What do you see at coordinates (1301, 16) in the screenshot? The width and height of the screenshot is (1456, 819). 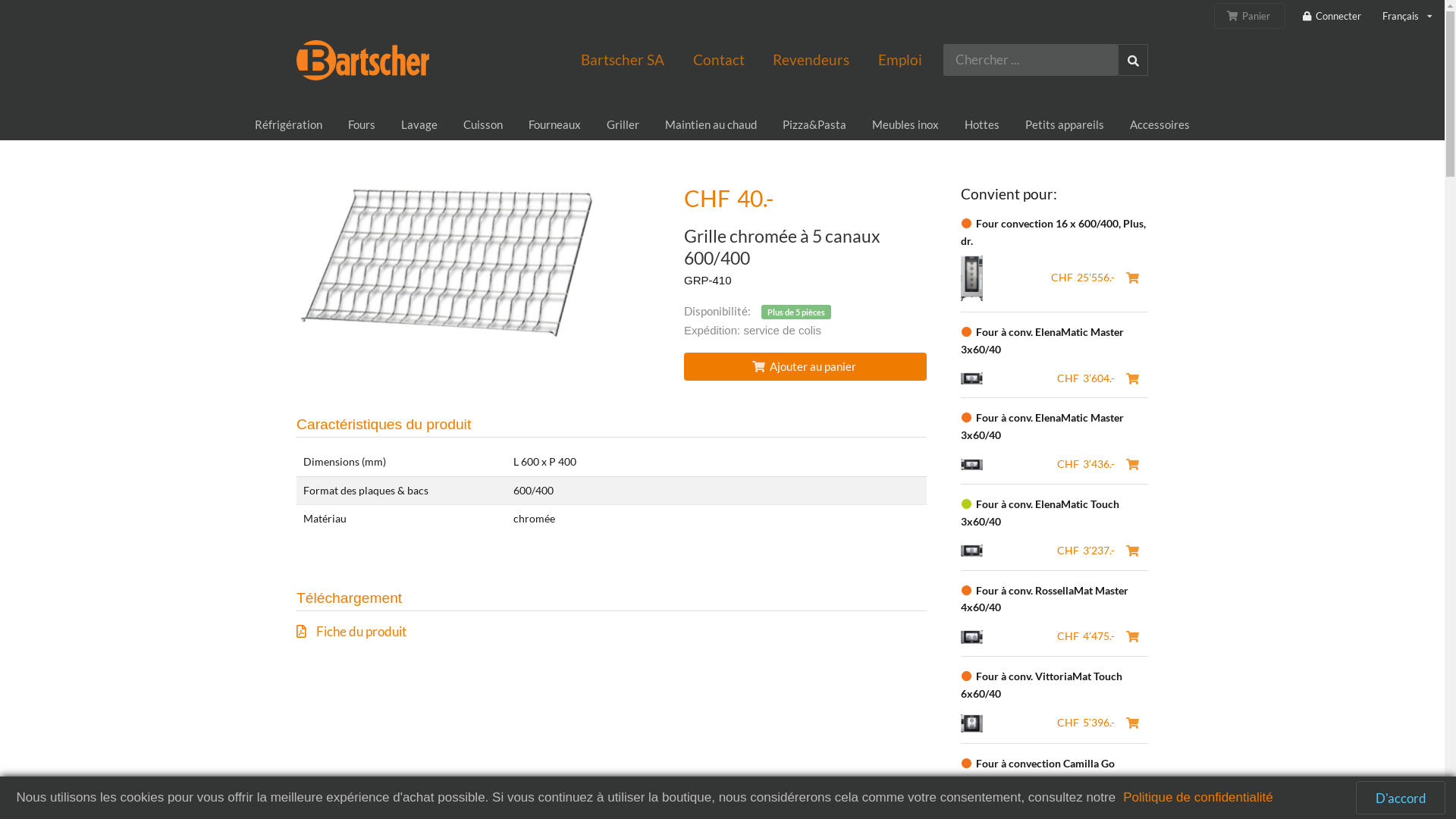 I see `'Connecter'` at bounding box center [1301, 16].